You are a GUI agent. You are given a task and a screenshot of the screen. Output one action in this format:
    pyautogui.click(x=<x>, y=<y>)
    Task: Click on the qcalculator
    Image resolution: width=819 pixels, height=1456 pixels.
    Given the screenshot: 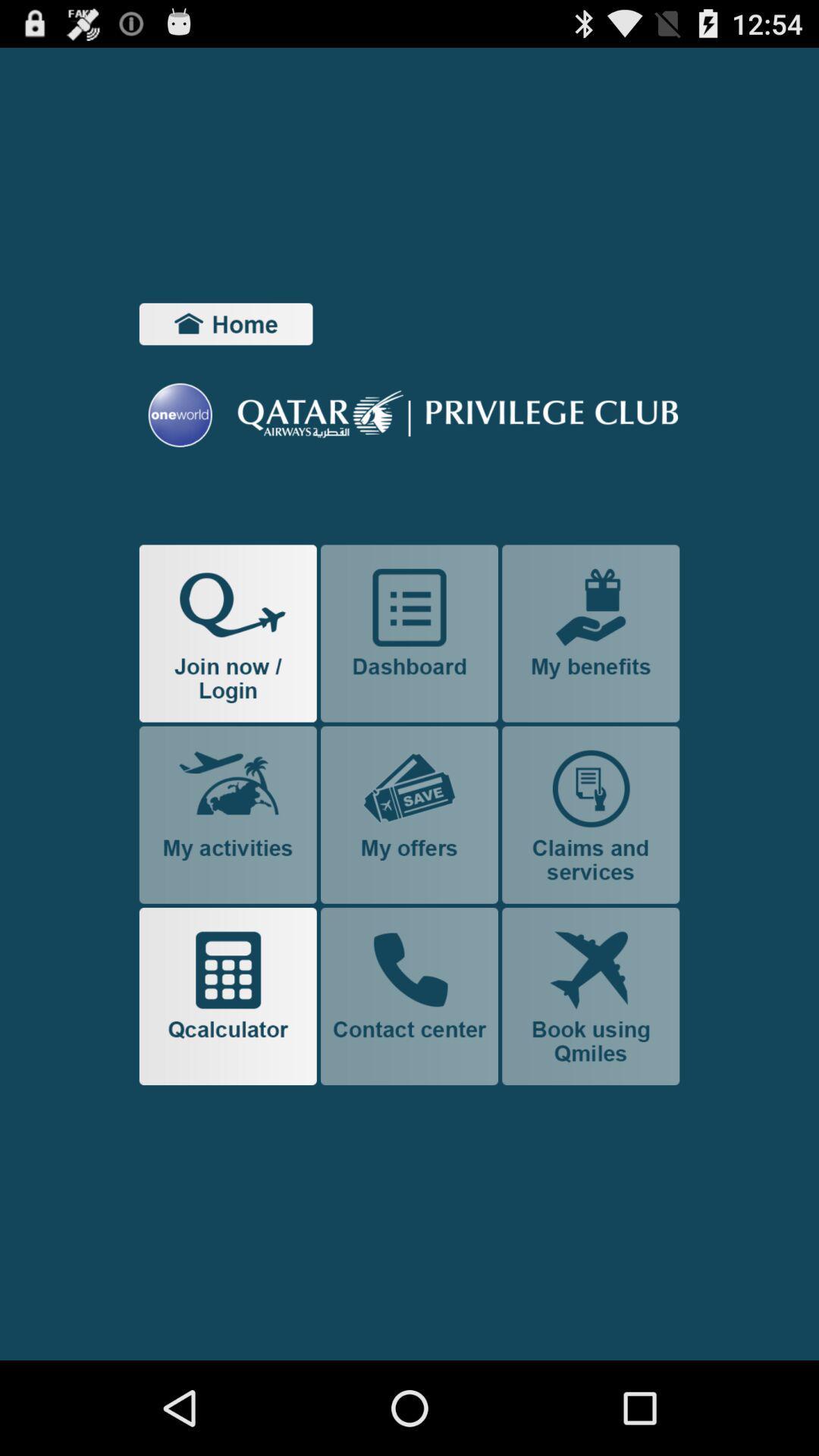 What is the action you would take?
    pyautogui.click(x=227, y=996)
    